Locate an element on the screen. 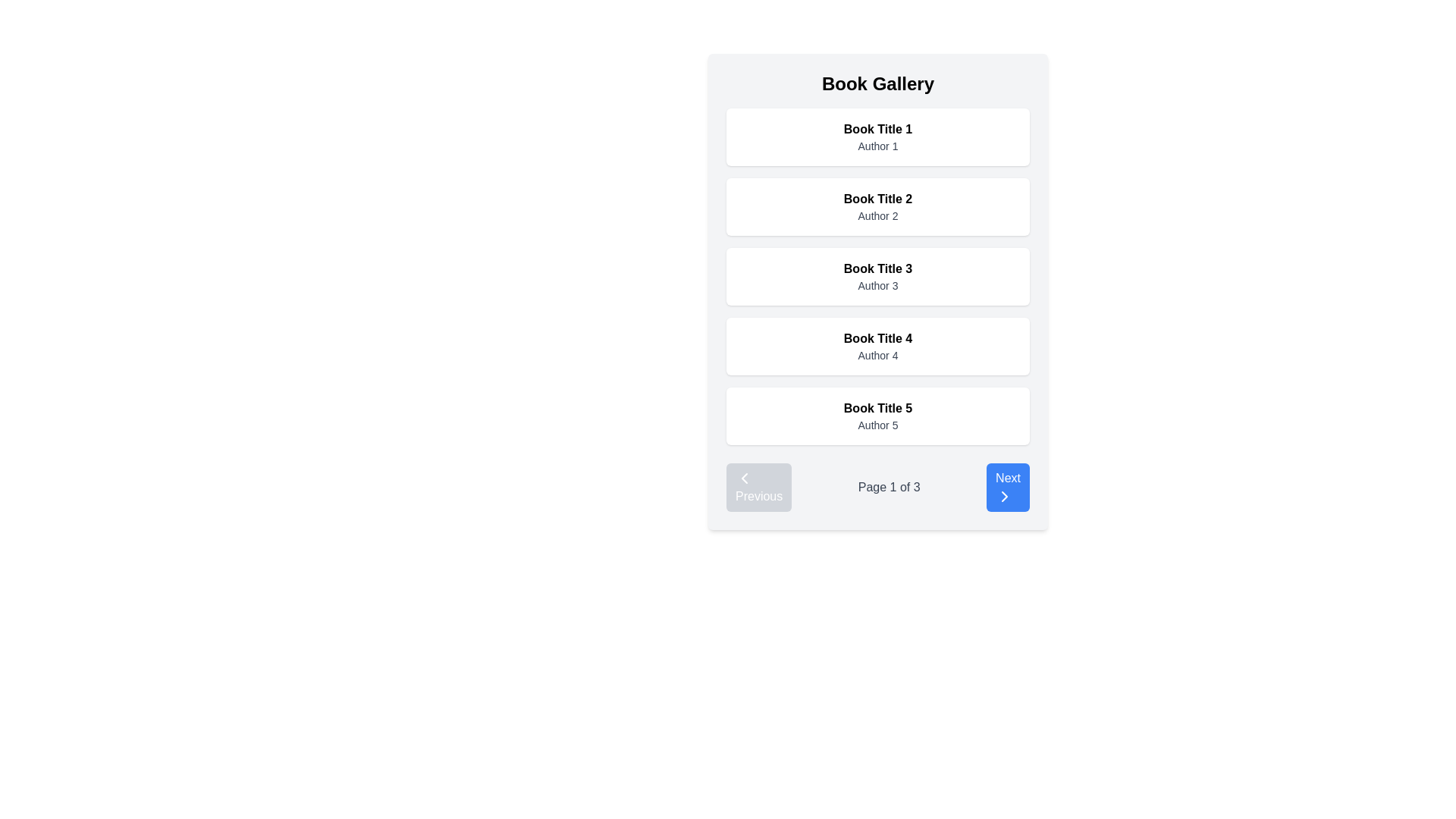 This screenshot has height=819, width=1456. the text label displaying 'Author 3', which is located below 'Book Title 3' in the third card of a vertical list of five cards is located at coordinates (877, 286).